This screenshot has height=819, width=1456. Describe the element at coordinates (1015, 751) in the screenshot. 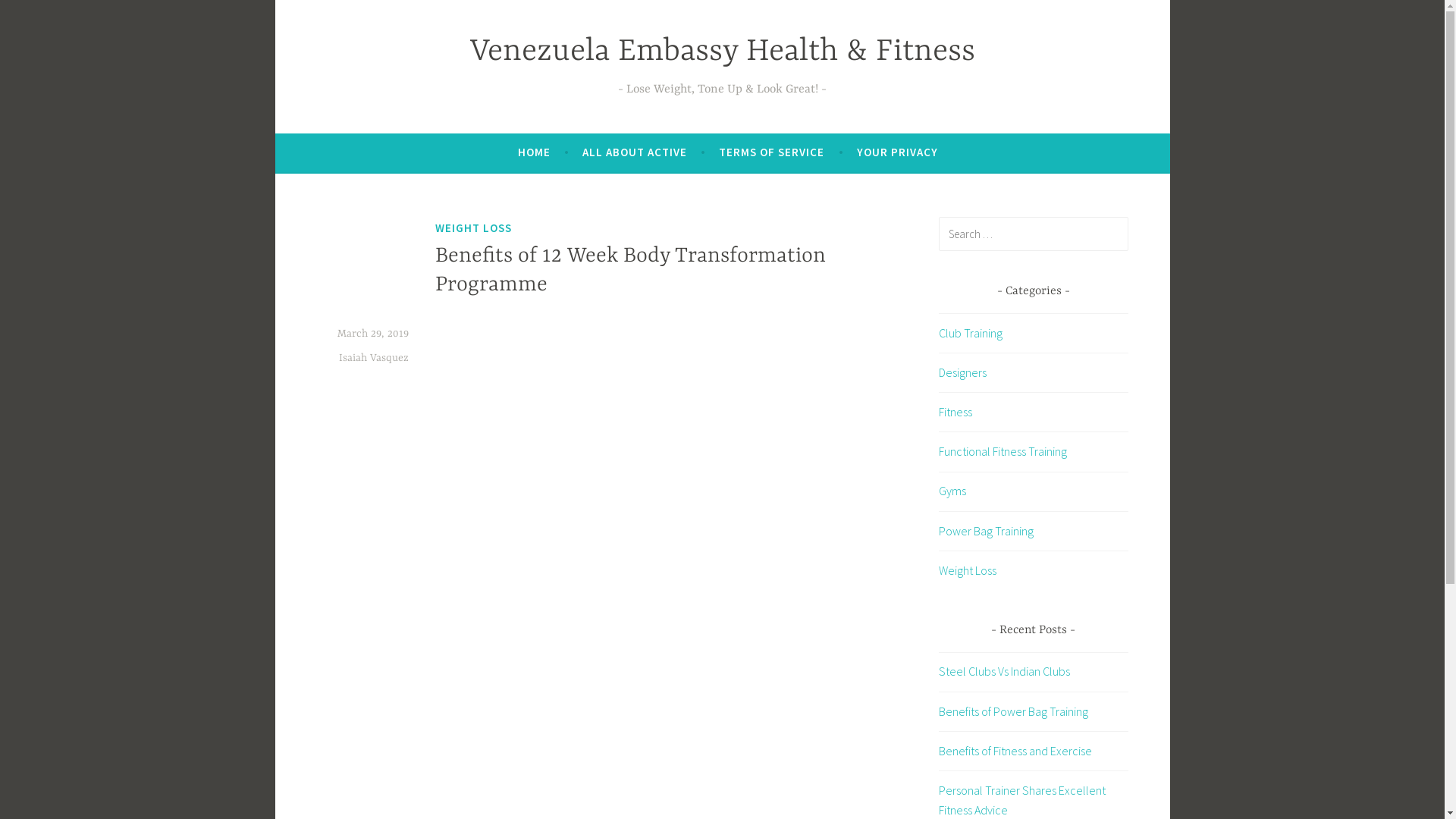

I see `'Benefits of Fitness and Exercise'` at that location.